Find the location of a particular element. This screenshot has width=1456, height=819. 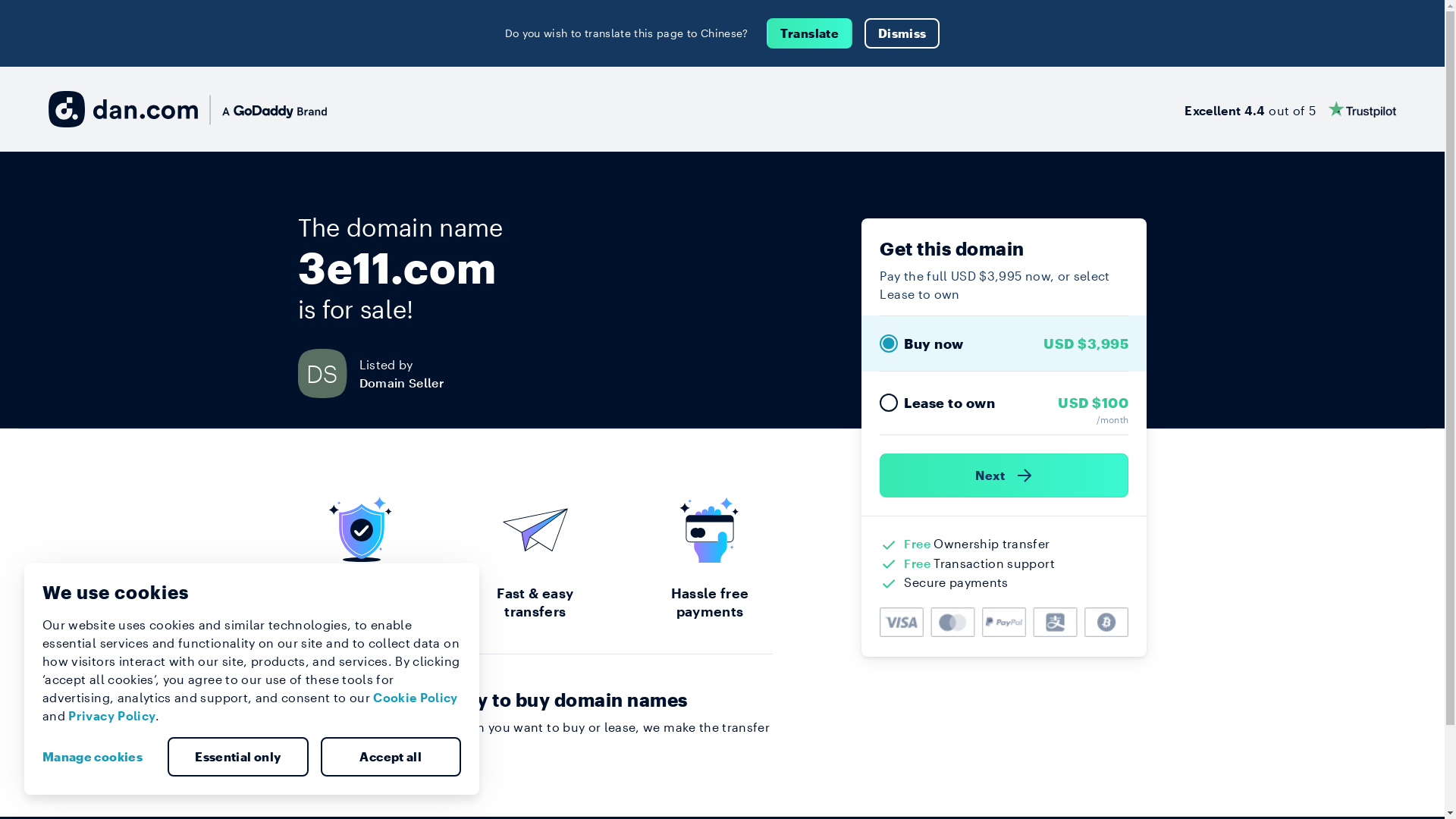

'Excellent 4.4 out of 5' is located at coordinates (1183, 108).